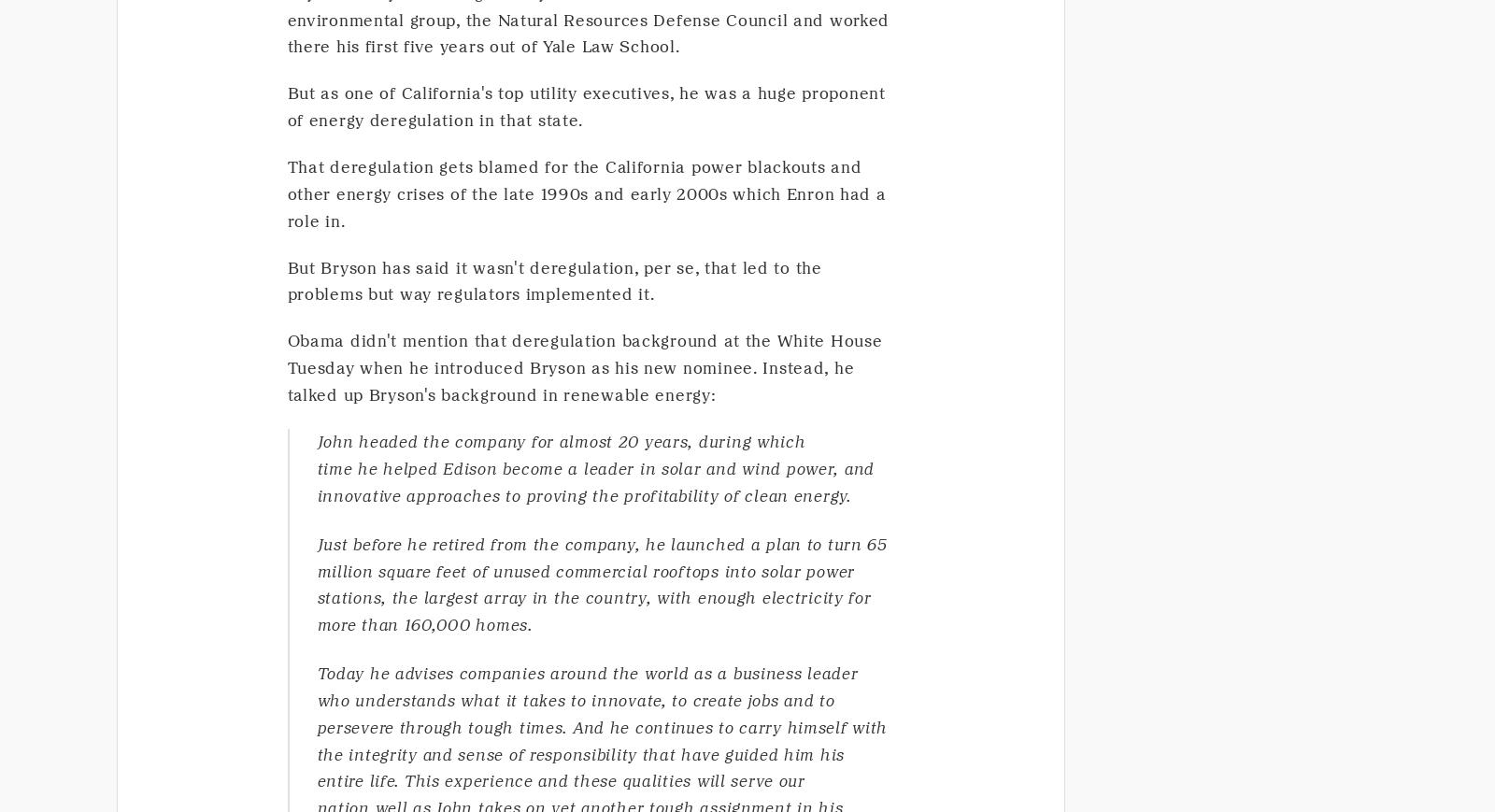 The width and height of the screenshot is (1495, 812). What do you see at coordinates (317, 701) in the screenshot?
I see `'who understands what it takes to innovate, to create jobs and to'` at bounding box center [317, 701].